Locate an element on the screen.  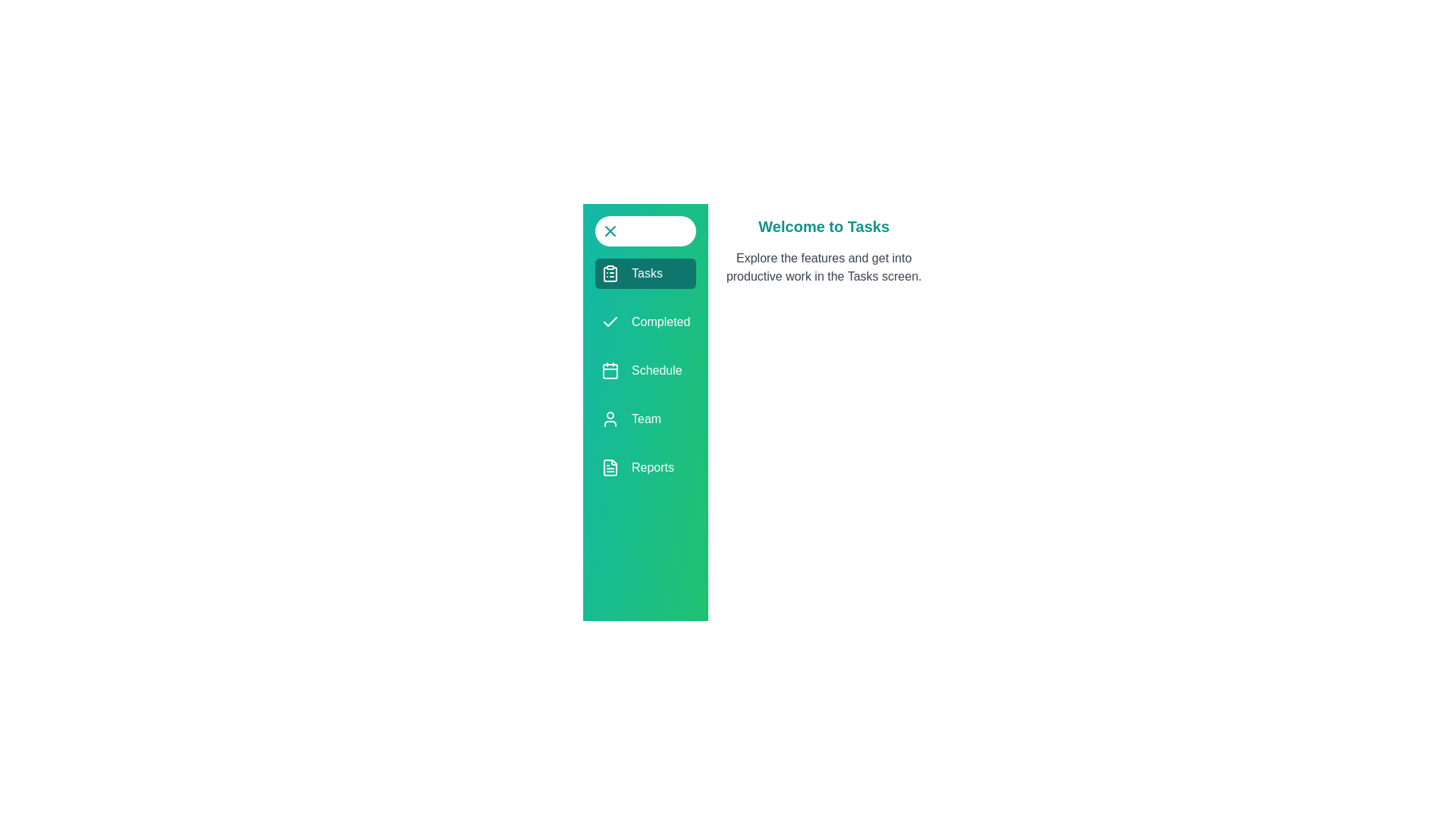
the menu option Tasks in the drawer is located at coordinates (645, 274).